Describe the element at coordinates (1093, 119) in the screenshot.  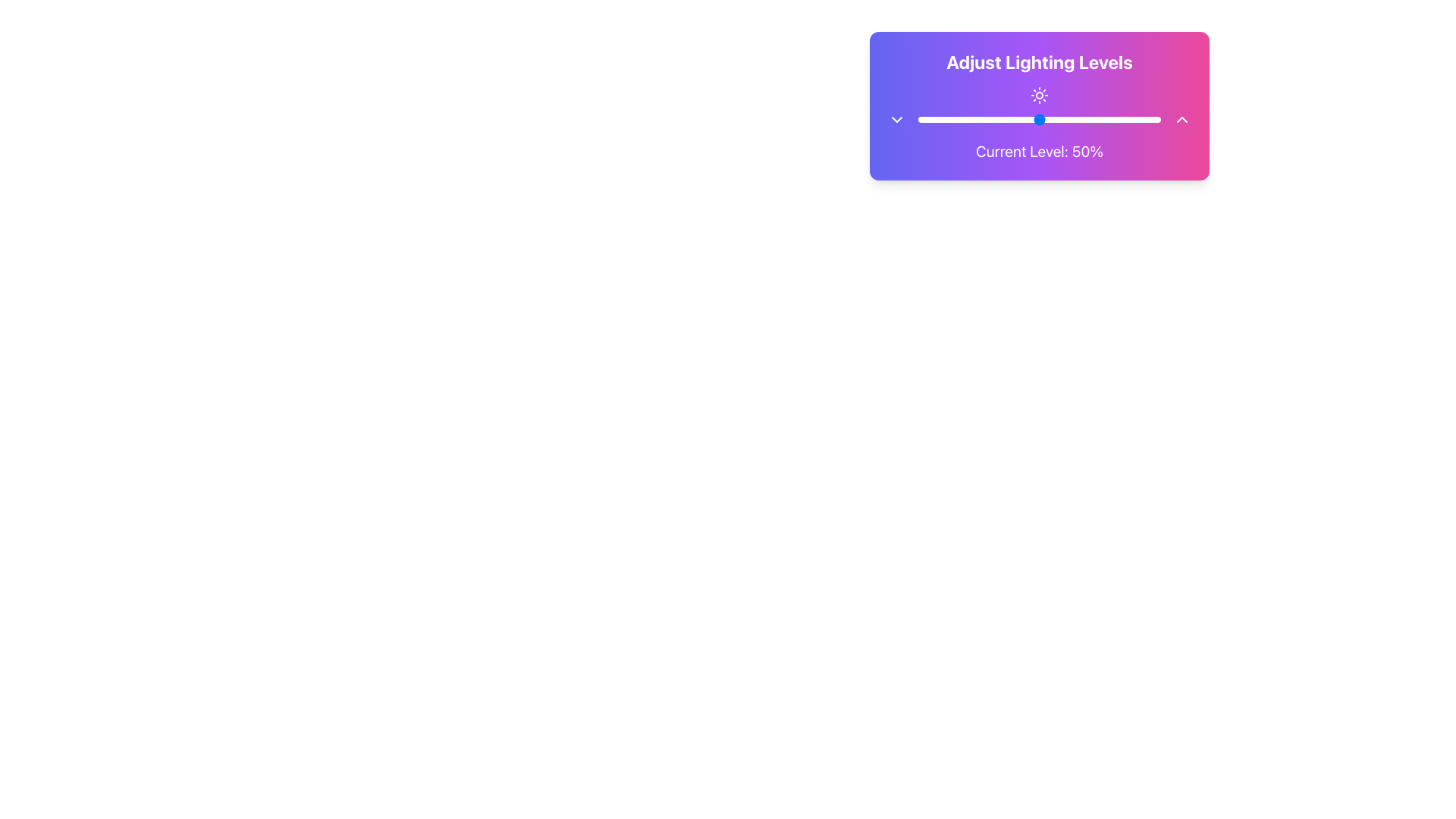
I see `the lighting level` at that location.